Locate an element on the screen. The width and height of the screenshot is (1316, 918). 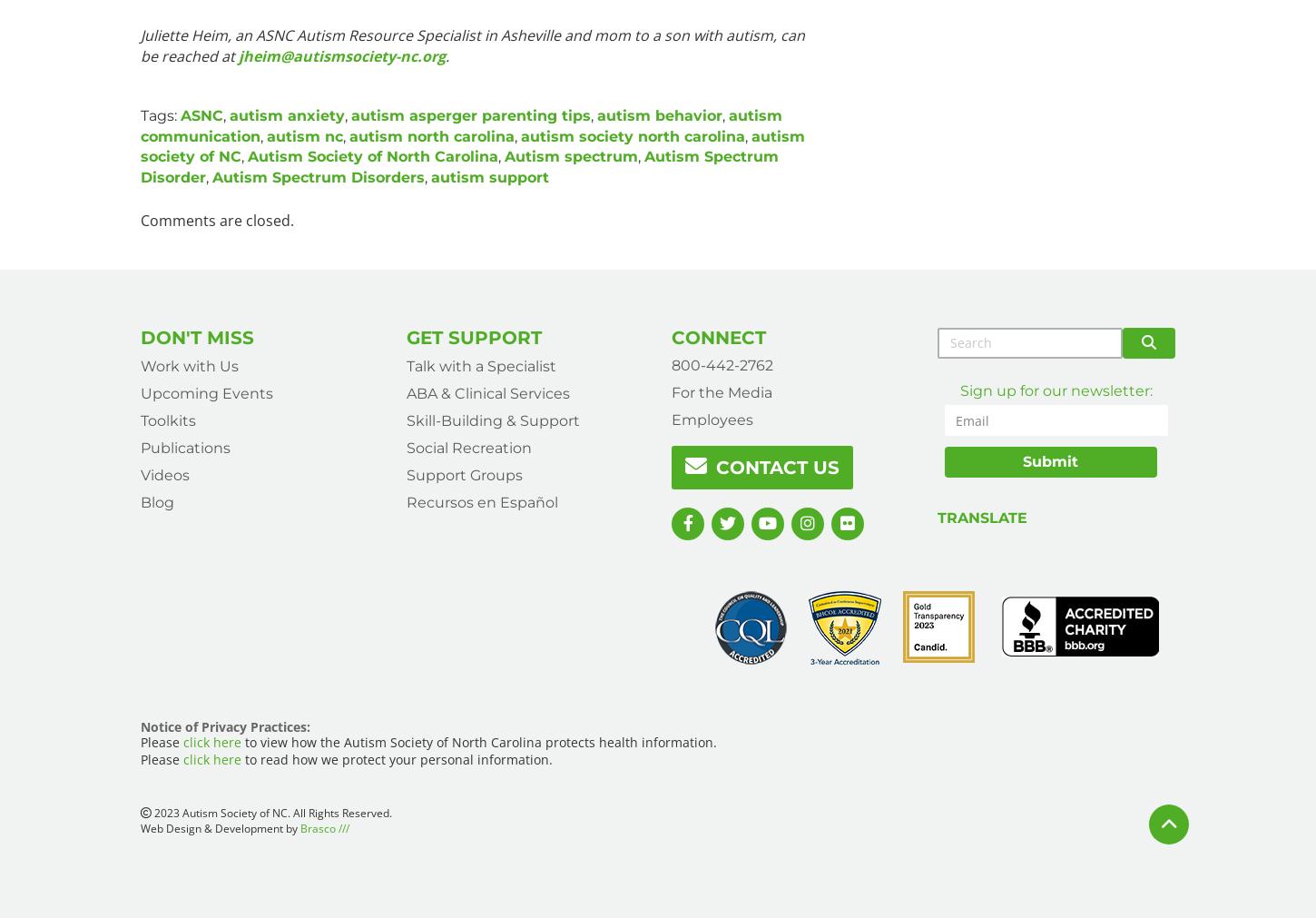
'ASNC' is located at coordinates (179, 114).